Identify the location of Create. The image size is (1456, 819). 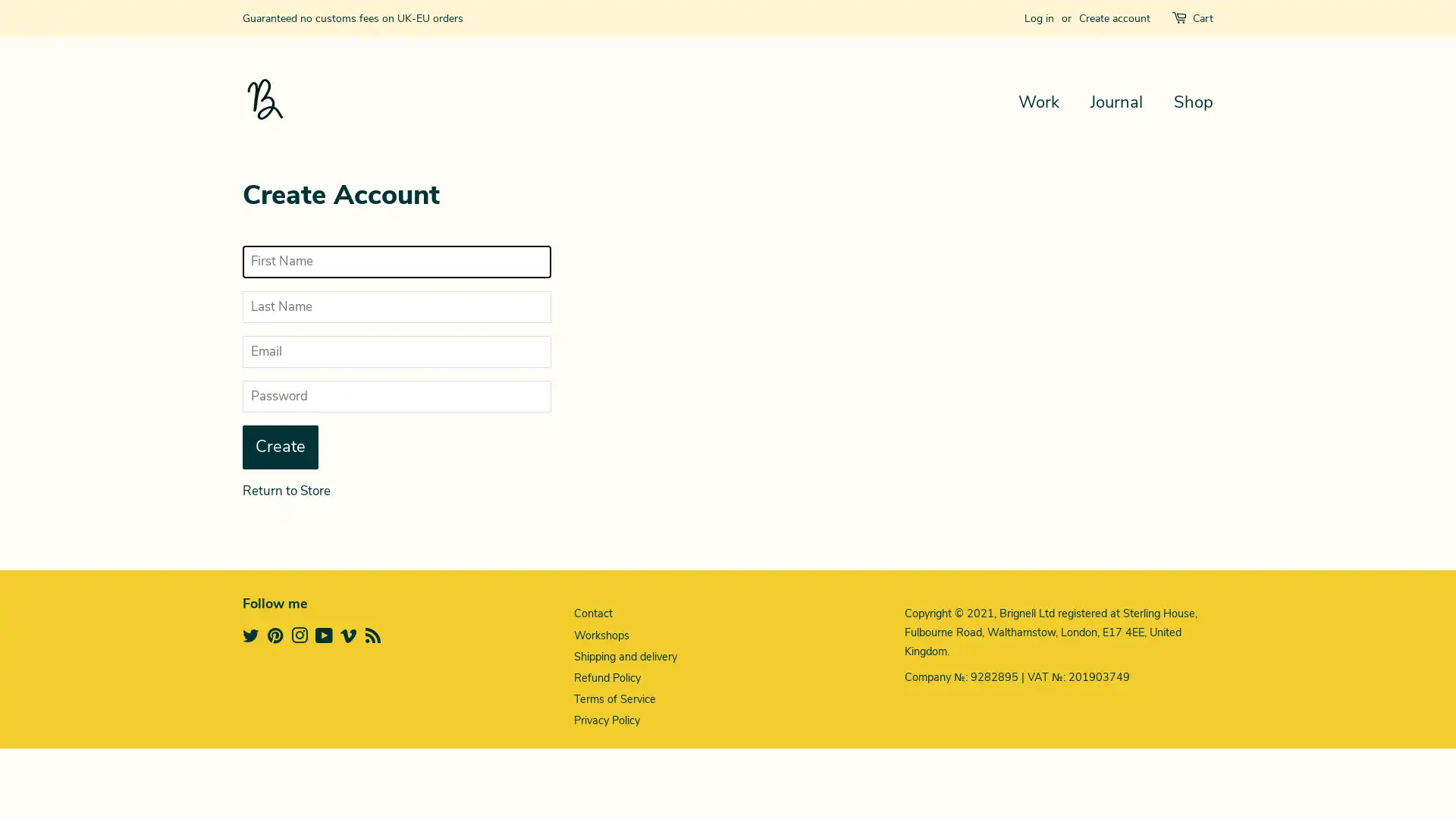
(280, 446).